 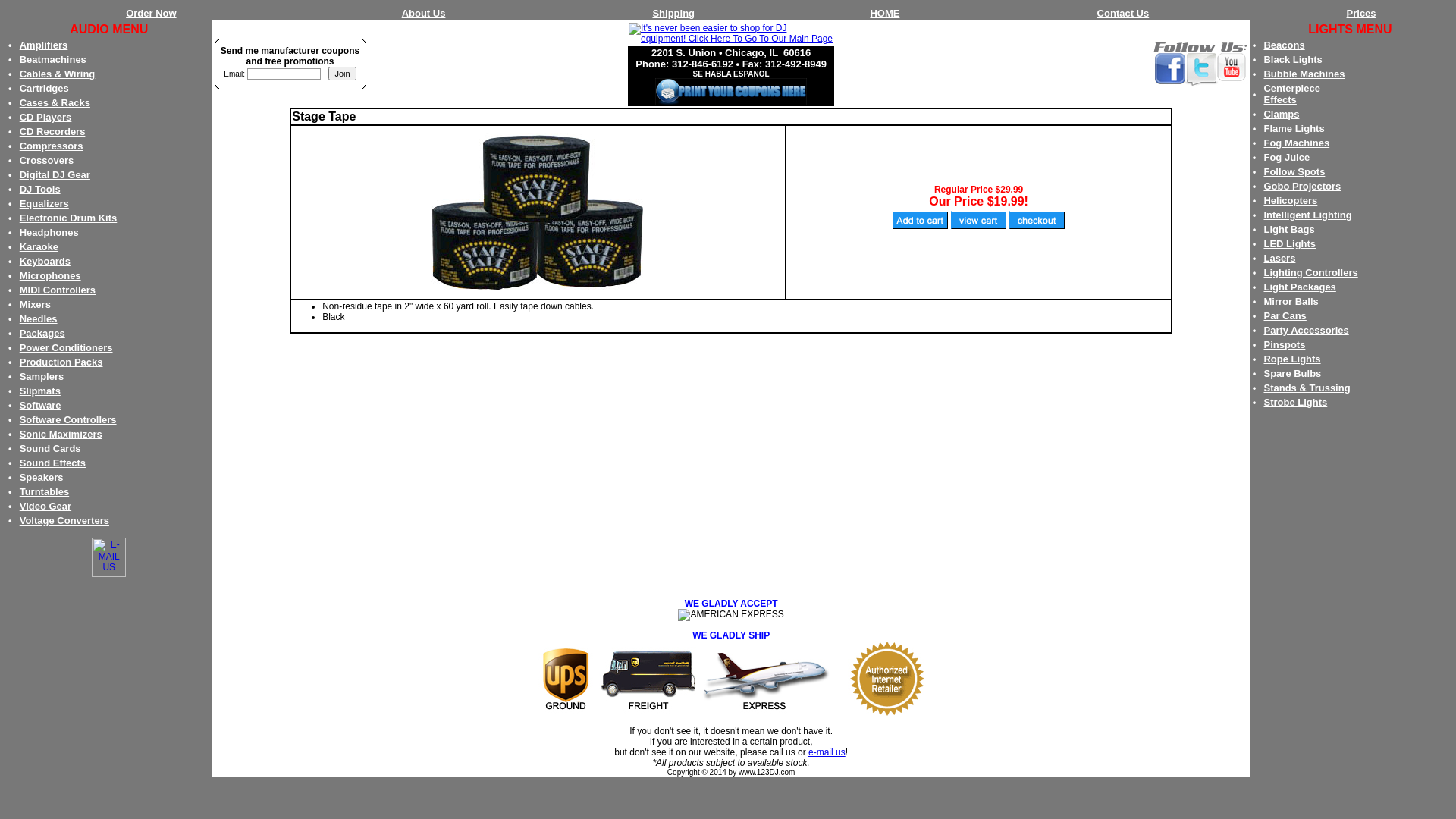 What do you see at coordinates (1294, 401) in the screenshot?
I see `'Strobe Lights'` at bounding box center [1294, 401].